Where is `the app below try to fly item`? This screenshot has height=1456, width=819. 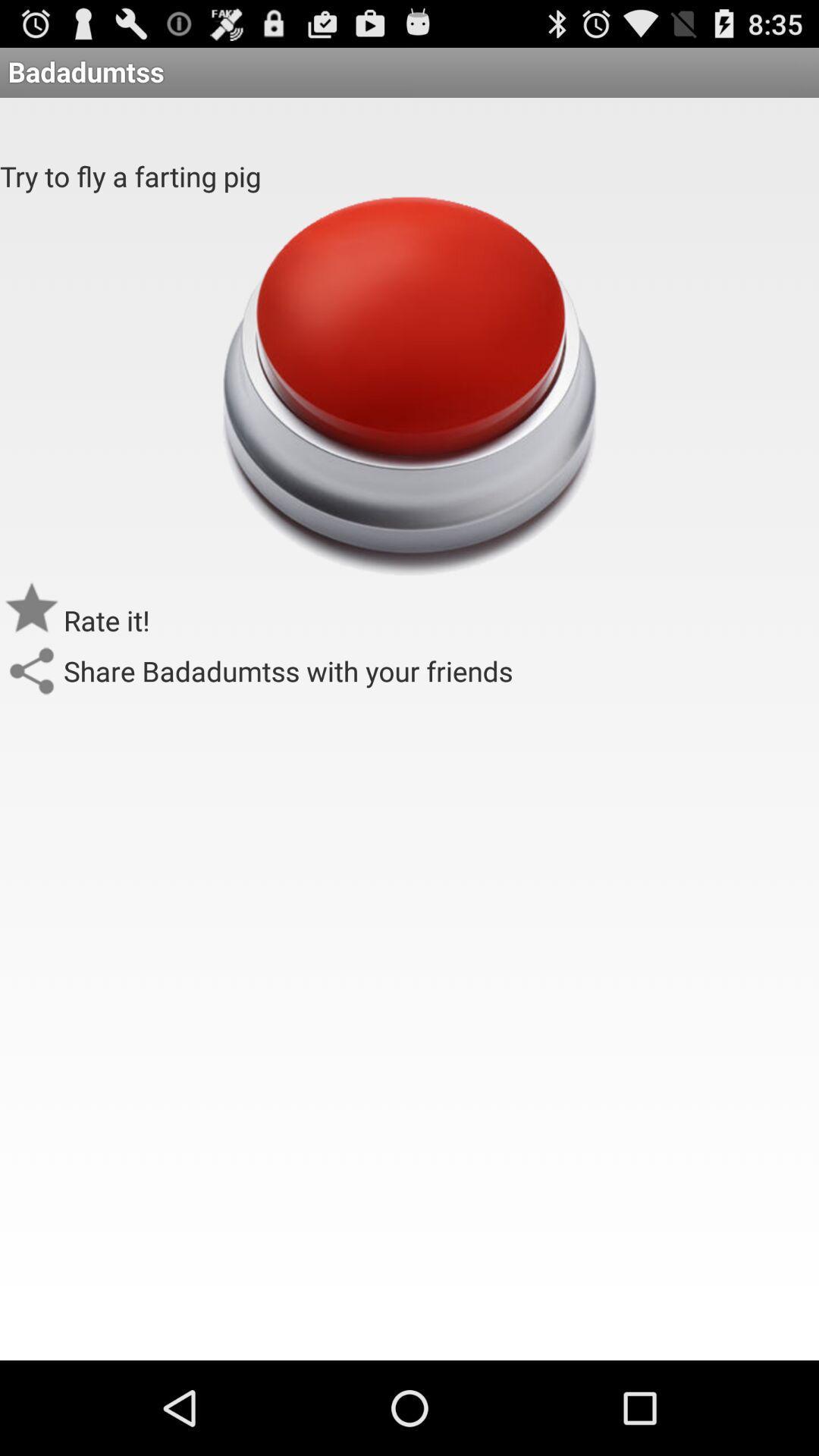 the app below try to fly item is located at coordinates (106, 620).